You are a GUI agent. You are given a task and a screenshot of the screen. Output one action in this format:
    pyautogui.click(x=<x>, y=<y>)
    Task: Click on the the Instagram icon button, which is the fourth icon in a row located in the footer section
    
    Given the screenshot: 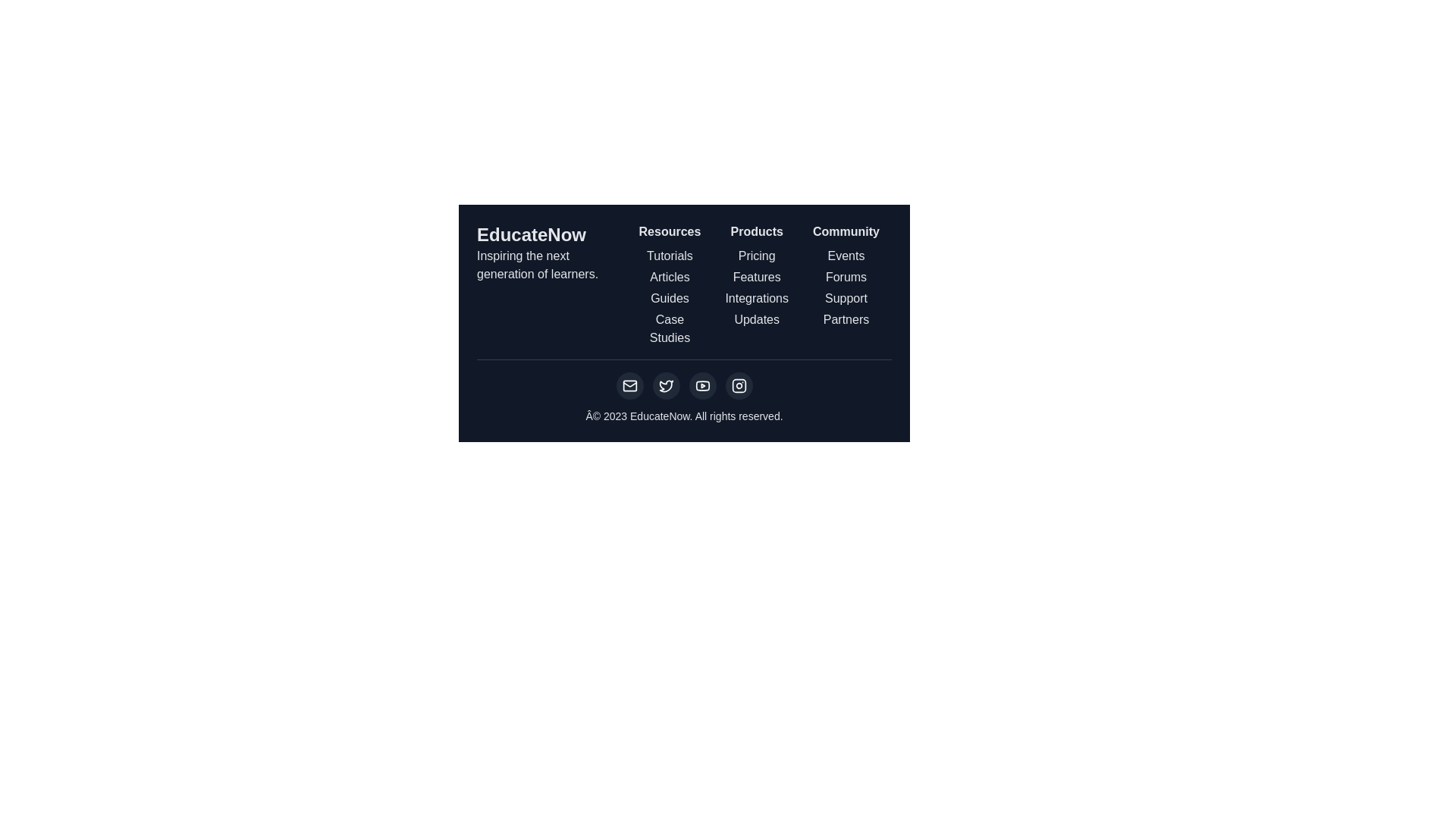 What is the action you would take?
    pyautogui.click(x=739, y=385)
    